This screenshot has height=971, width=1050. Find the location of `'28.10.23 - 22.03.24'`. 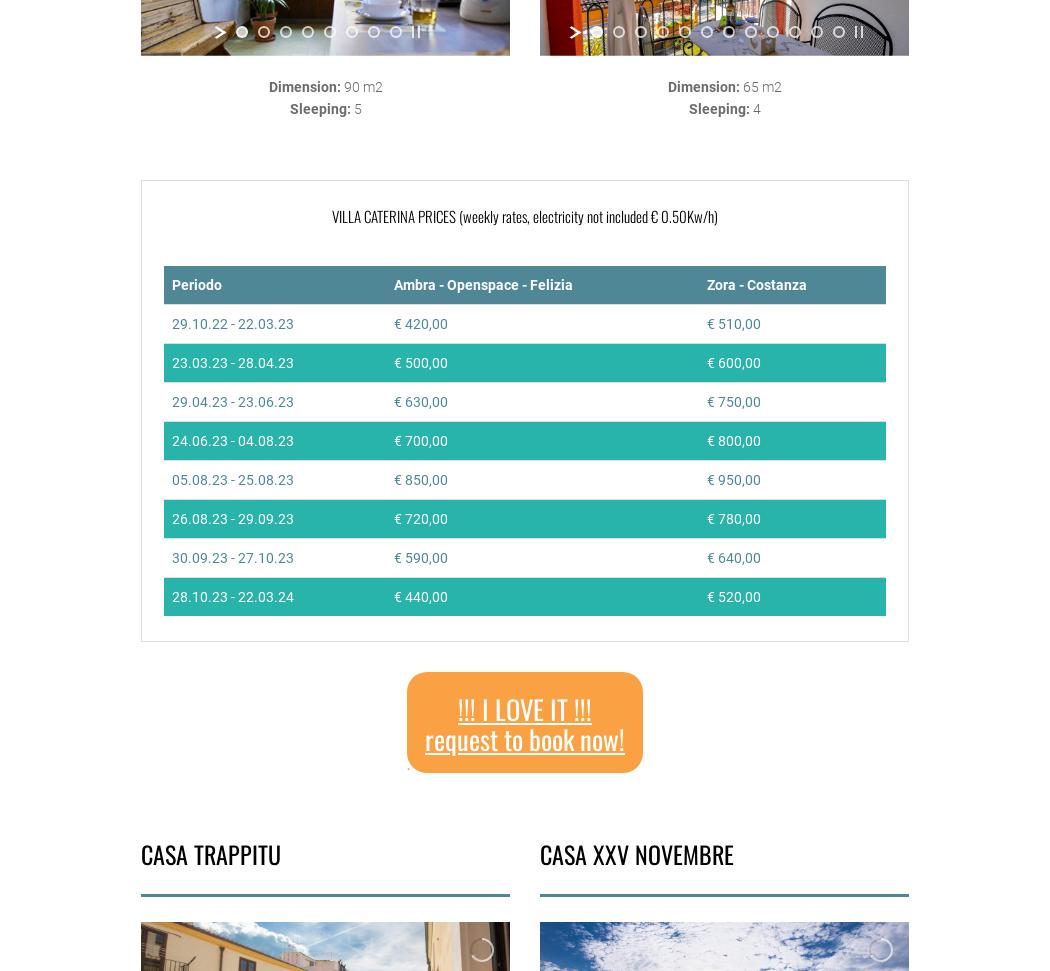

'28.10.23 - 22.03.24' is located at coordinates (232, 594).